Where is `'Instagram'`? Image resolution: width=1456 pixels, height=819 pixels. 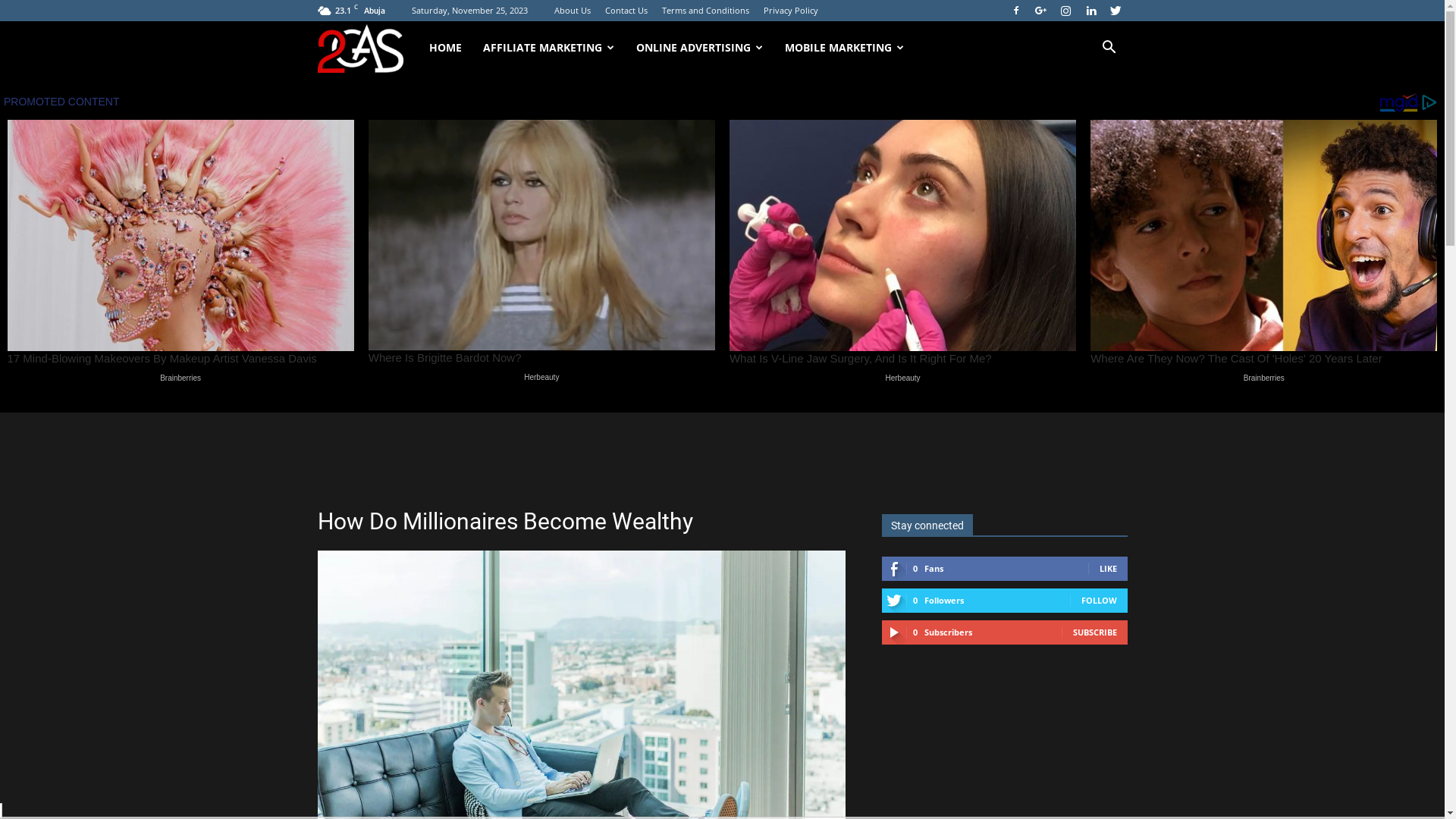
'Instagram' is located at coordinates (1065, 11).